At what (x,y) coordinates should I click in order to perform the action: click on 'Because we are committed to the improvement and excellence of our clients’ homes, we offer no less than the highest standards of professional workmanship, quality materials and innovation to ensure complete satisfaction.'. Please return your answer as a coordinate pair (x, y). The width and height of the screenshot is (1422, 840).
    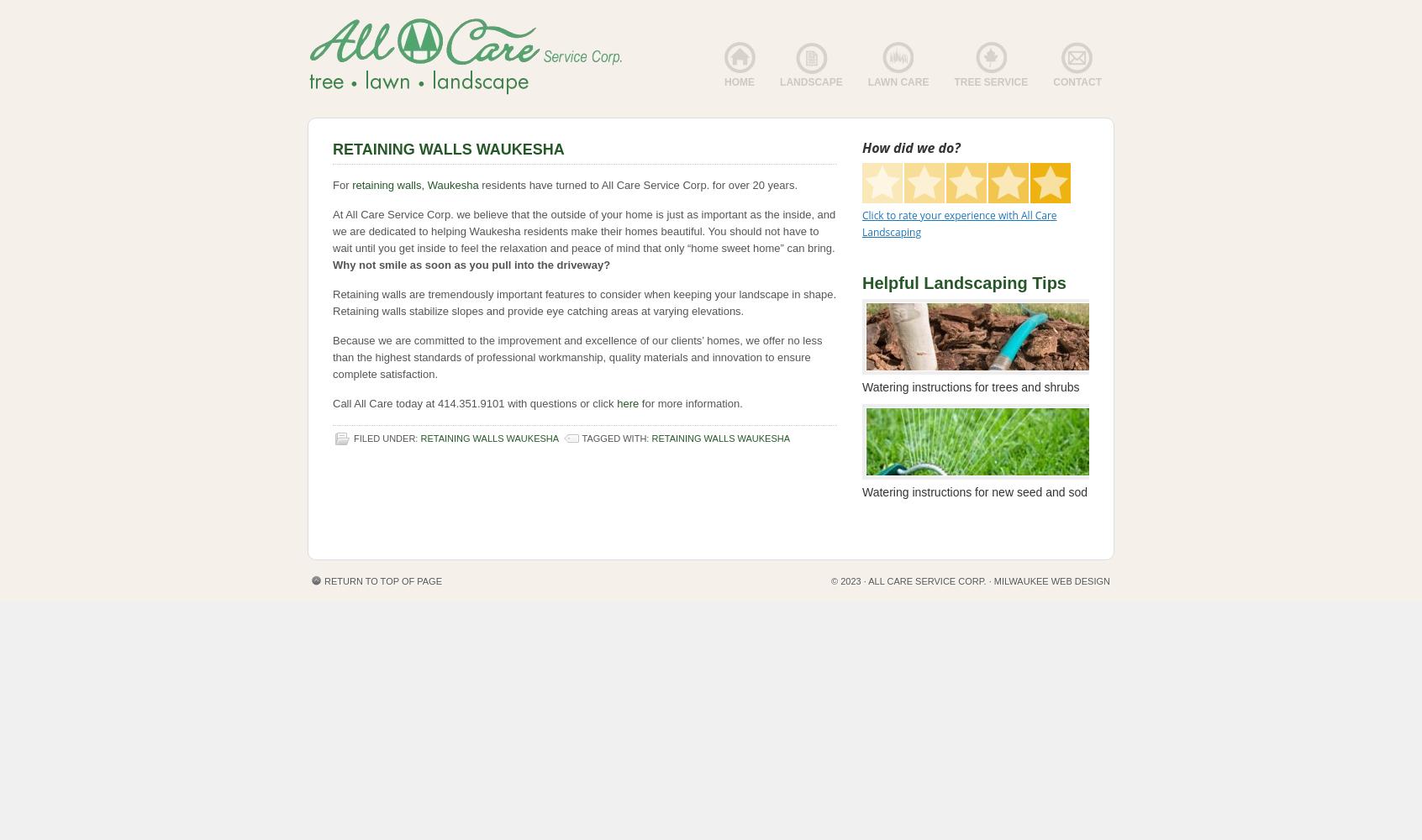
    Looking at the image, I should click on (577, 357).